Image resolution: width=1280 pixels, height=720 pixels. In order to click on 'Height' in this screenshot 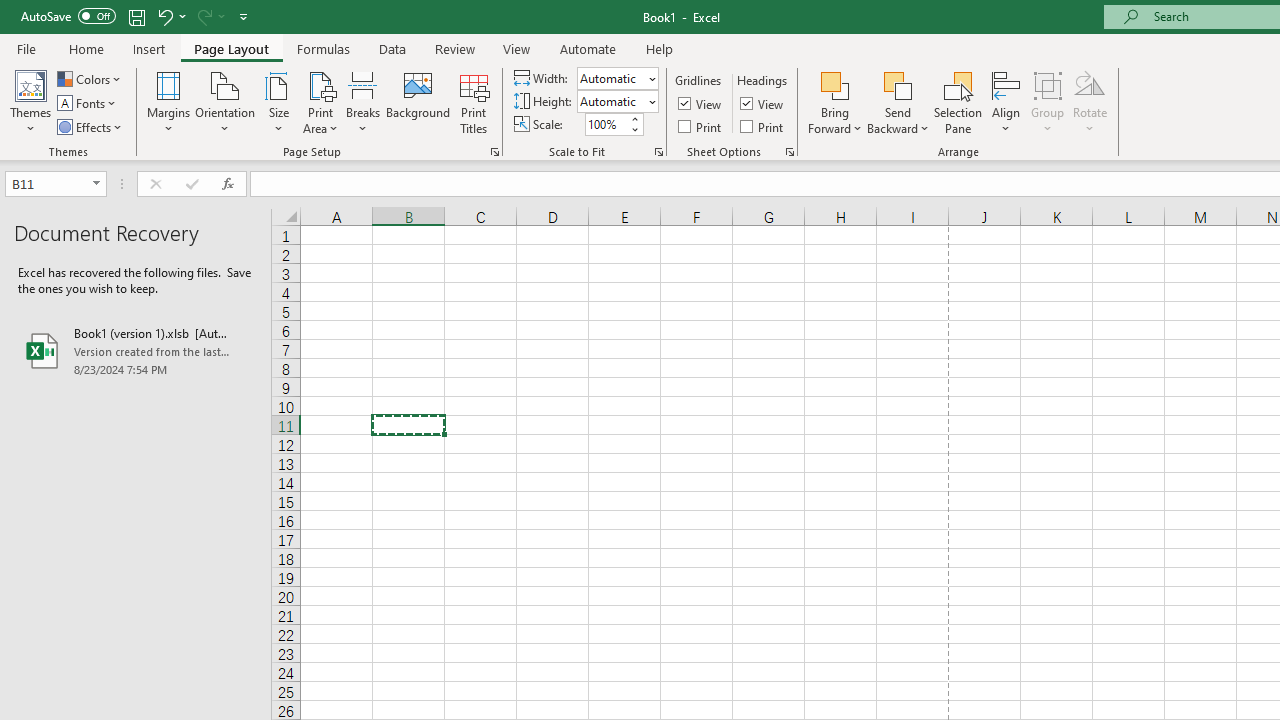, I will do `click(610, 101)`.